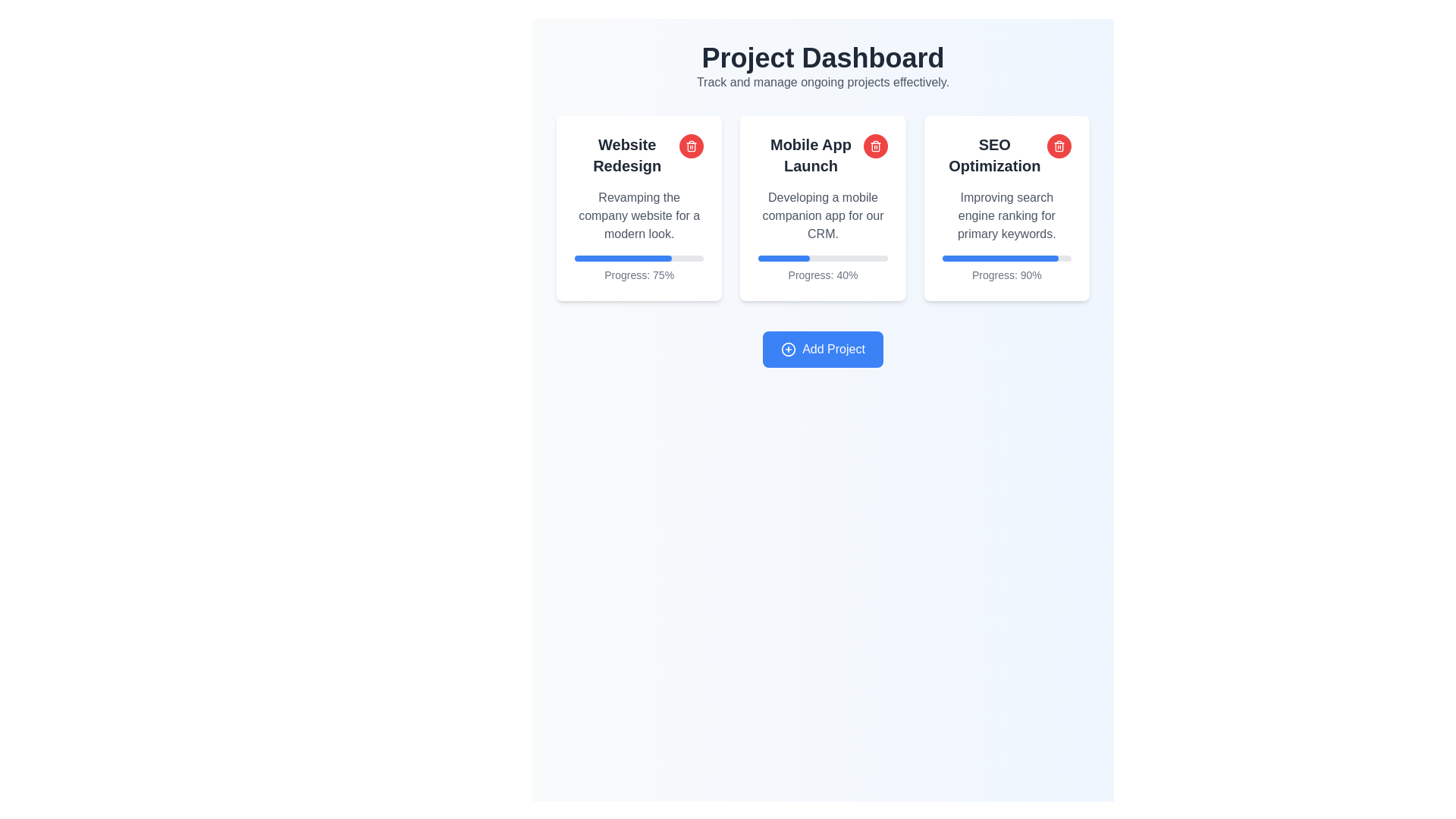 The height and width of the screenshot is (819, 1456). I want to click on the progress bar element located in the central card labeled 'Mobile App Launch', which indicates 40% progress, so click(822, 257).